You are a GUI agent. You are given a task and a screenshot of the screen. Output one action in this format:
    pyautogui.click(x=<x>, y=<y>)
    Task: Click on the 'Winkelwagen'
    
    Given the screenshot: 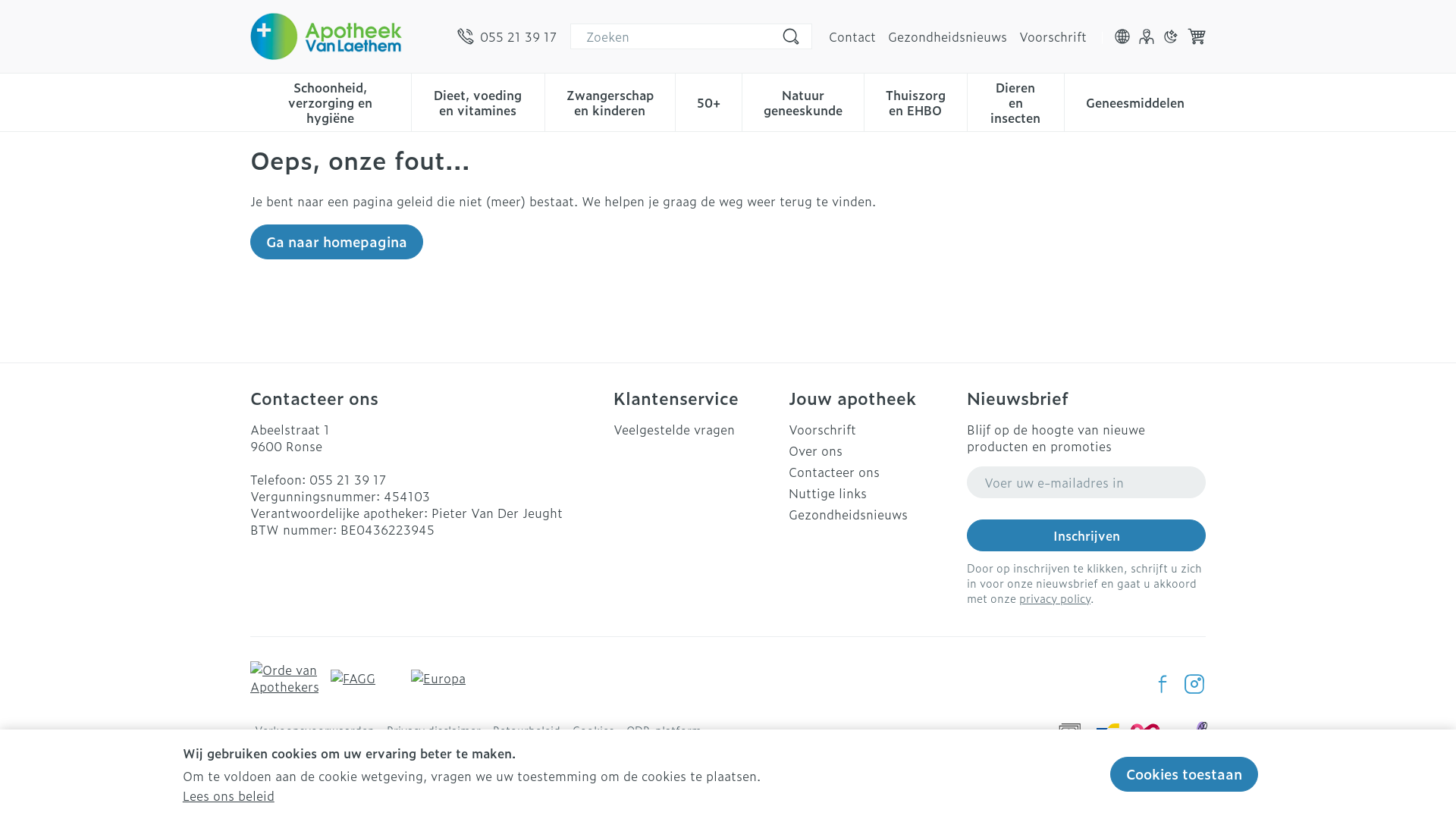 What is the action you would take?
    pyautogui.click(x=1196, y=35)
    